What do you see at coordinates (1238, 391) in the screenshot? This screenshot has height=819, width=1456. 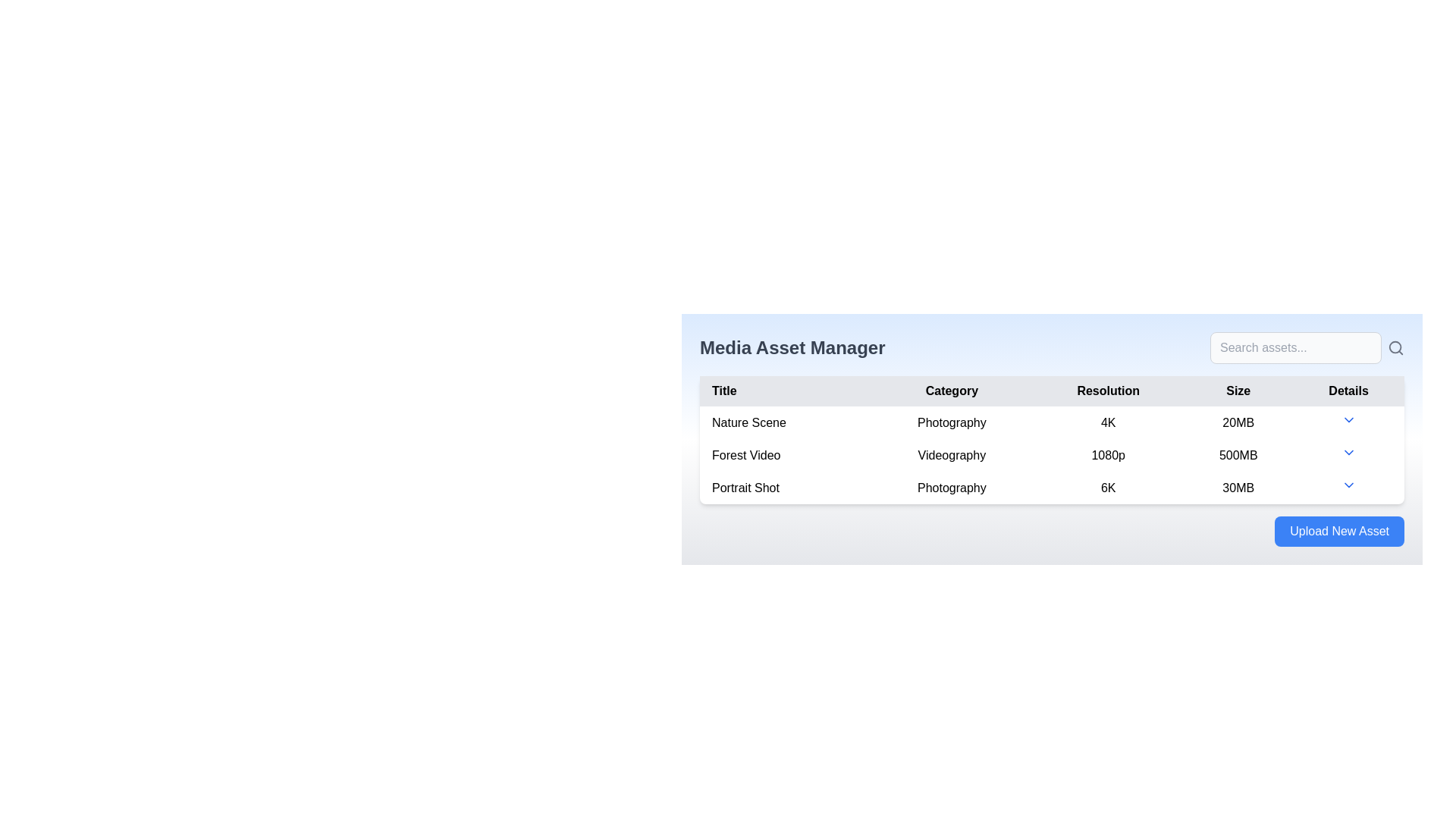 I see `the 'Size' text label, which is styled with a standard font and centered alignment, located in the upper right region of the table between the 'Resolution' and 'Details' headers` at bounding box center [1238, 391].